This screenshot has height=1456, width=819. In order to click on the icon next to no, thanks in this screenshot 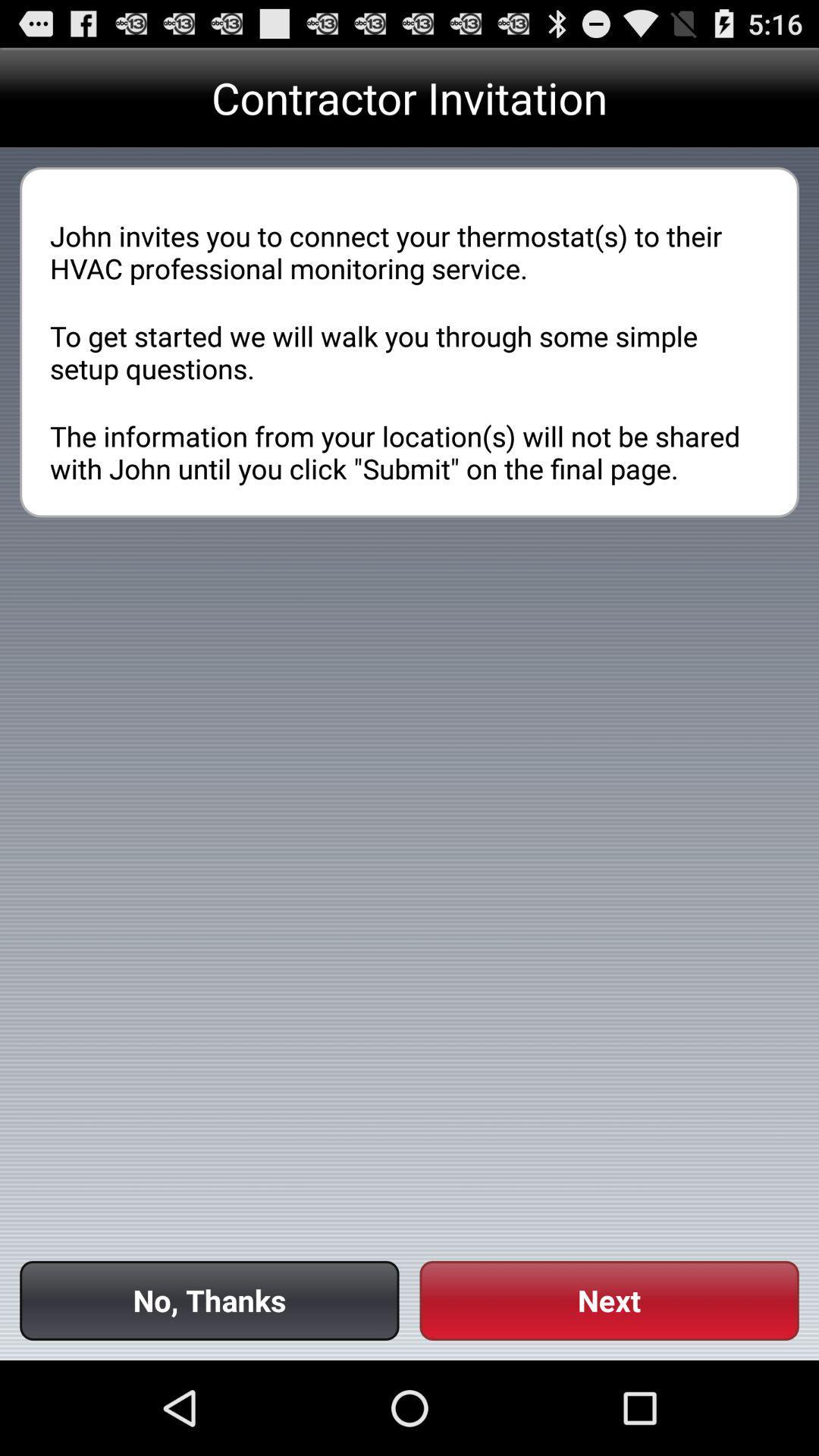, I will do `click(608, 1300)`.